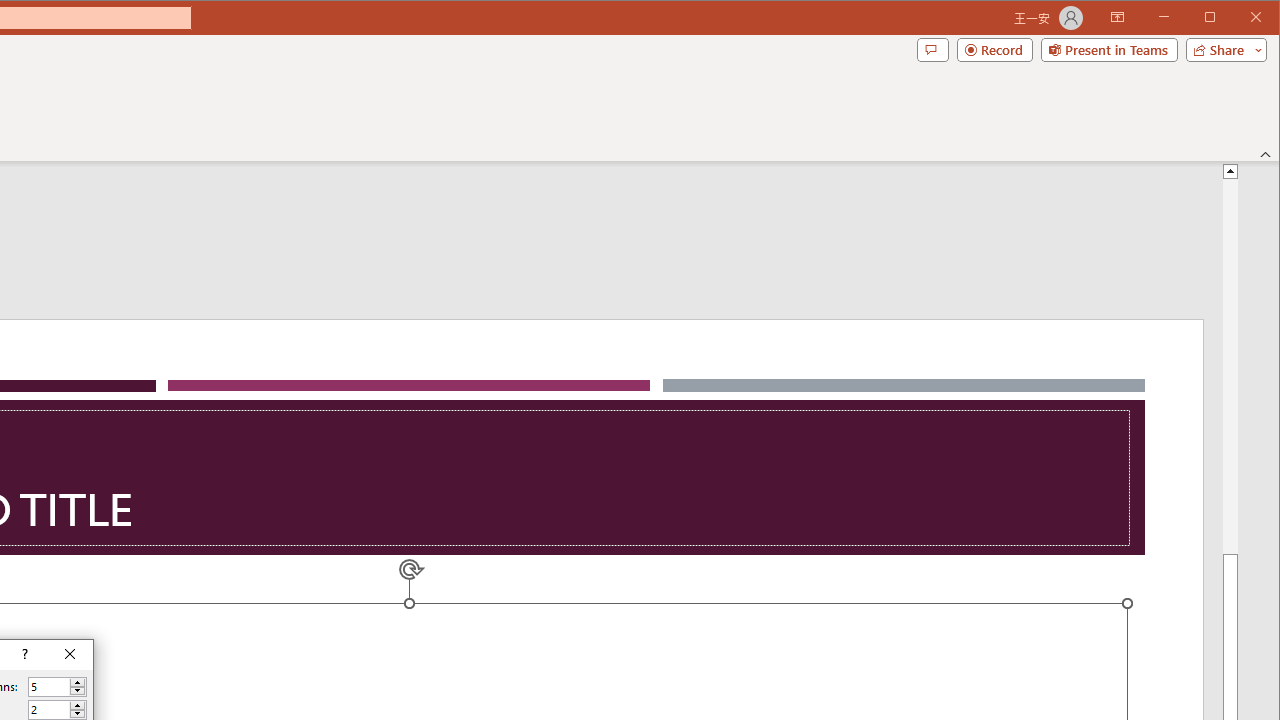 The width and height of the screenshot is (1280, 720). Describe the element at coordinates (49, 686) in the screenshot. I see `'Number of columns'` at that location.